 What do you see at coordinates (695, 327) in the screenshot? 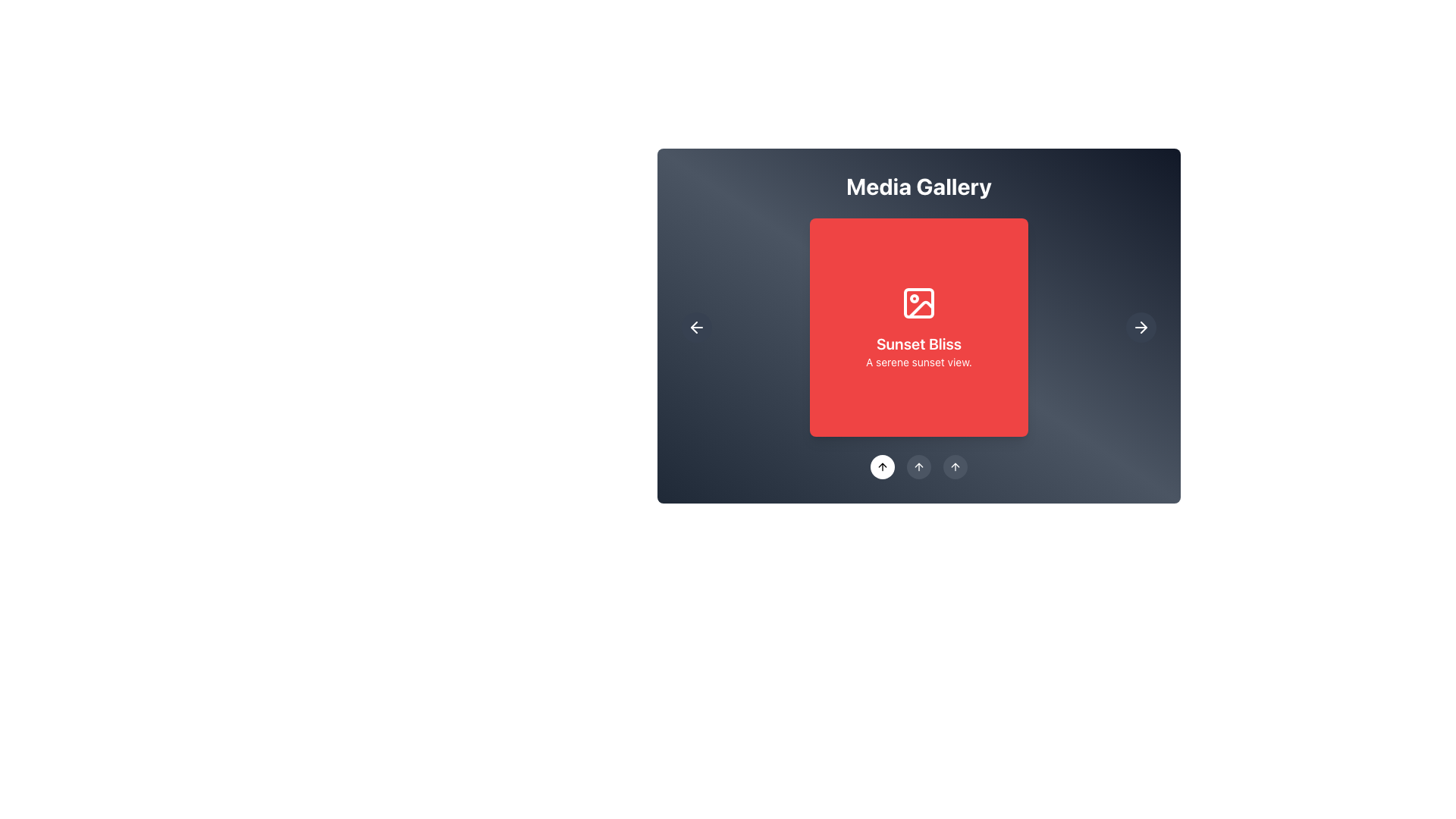
I see `the left arrow SVG icon within the circular button that has a gray background, located on the left side of the interface` at bounding box center [695, 327].